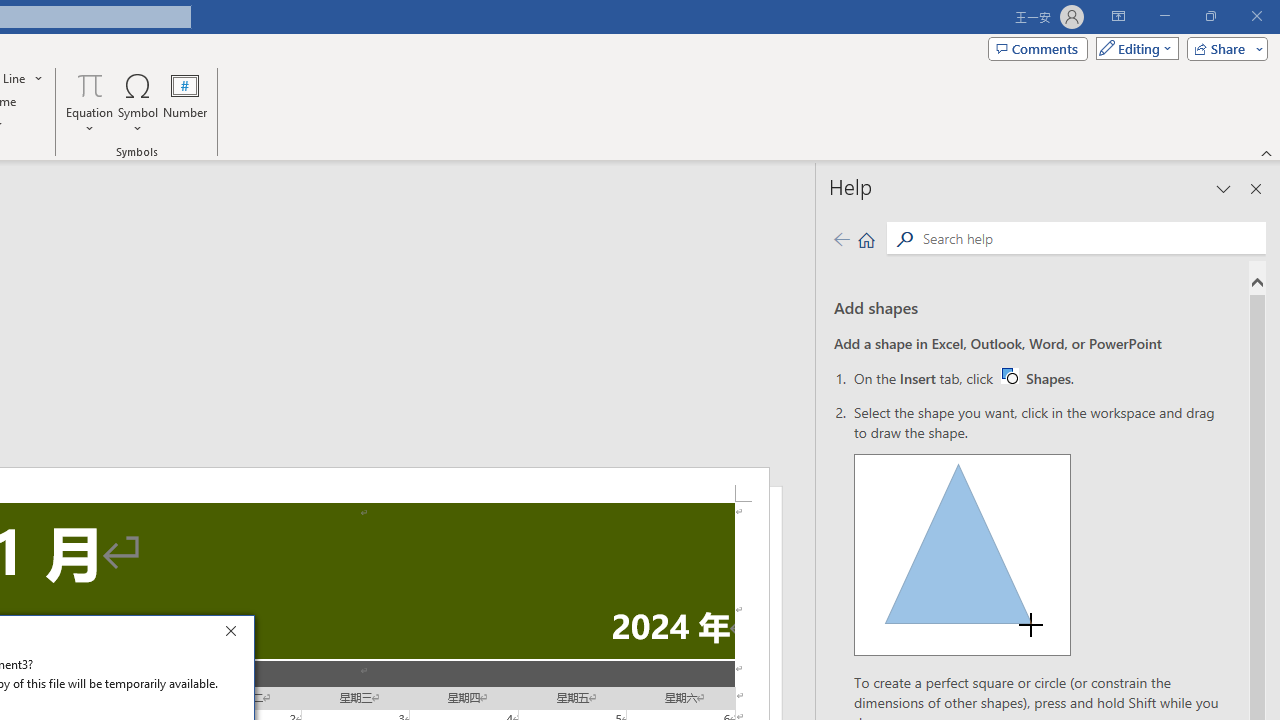 This screenshot has height=720, width=1280. What do you see at coordinates (1222, 47) in the screenshot?
I see `'Share'` at bounding box center [1222, 47].